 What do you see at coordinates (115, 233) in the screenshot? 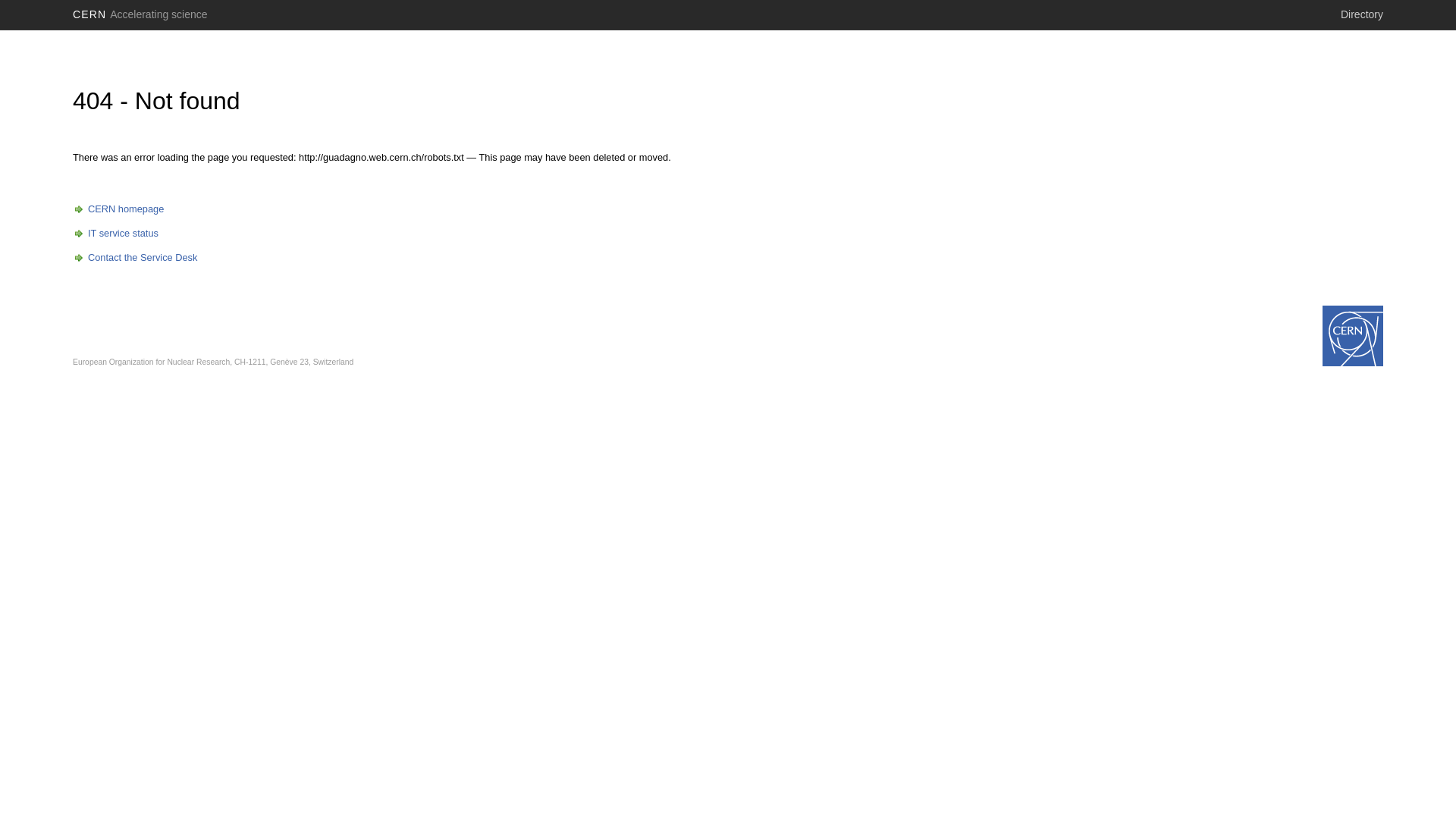
I see `'IT service status'` at bounding box center [115, 233].